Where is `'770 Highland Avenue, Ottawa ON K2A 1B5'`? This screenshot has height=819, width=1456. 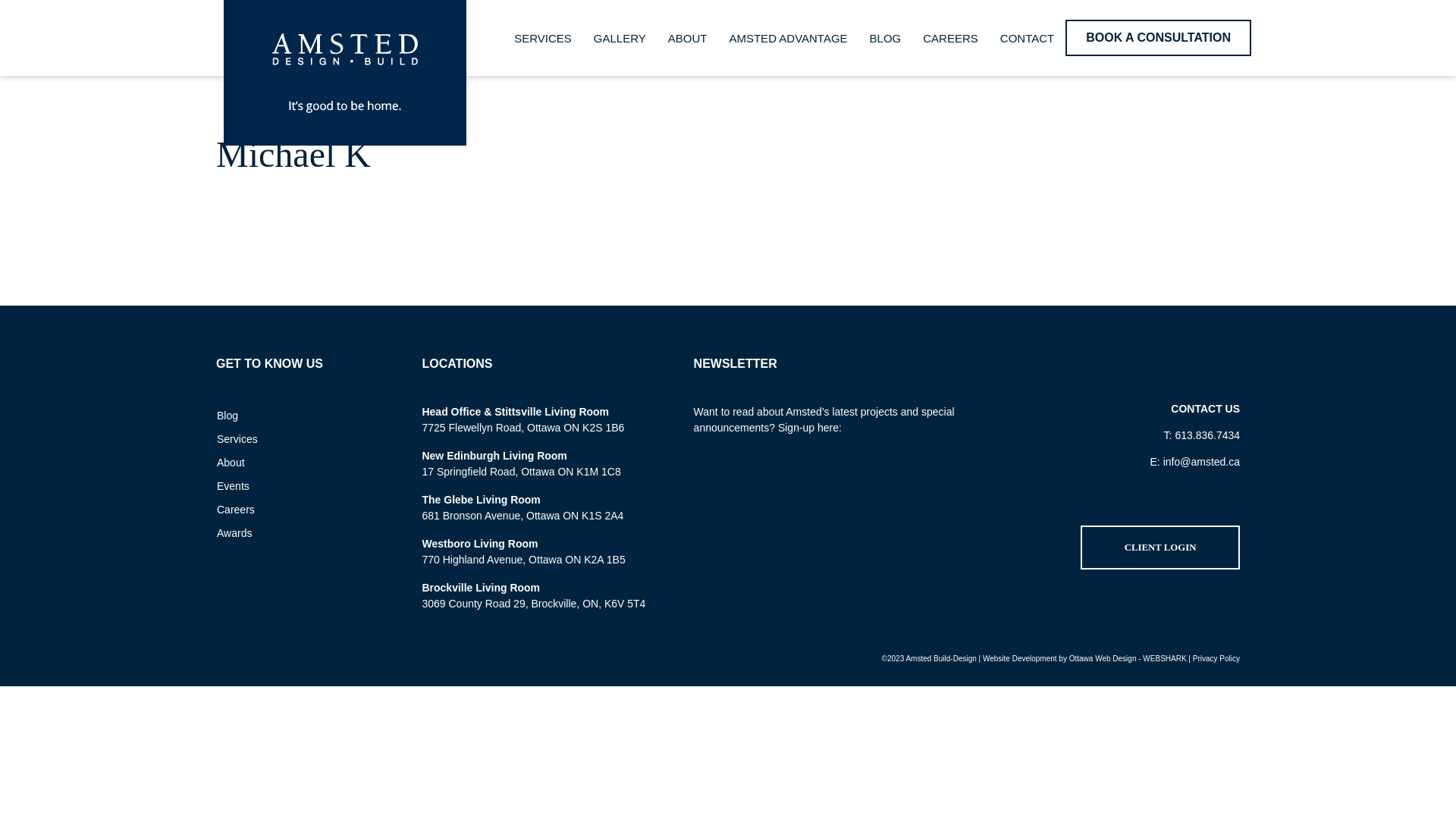
'770 Highland Avenue, Ottawa ON K2A 1B5' is located at coordinates (523, 559).